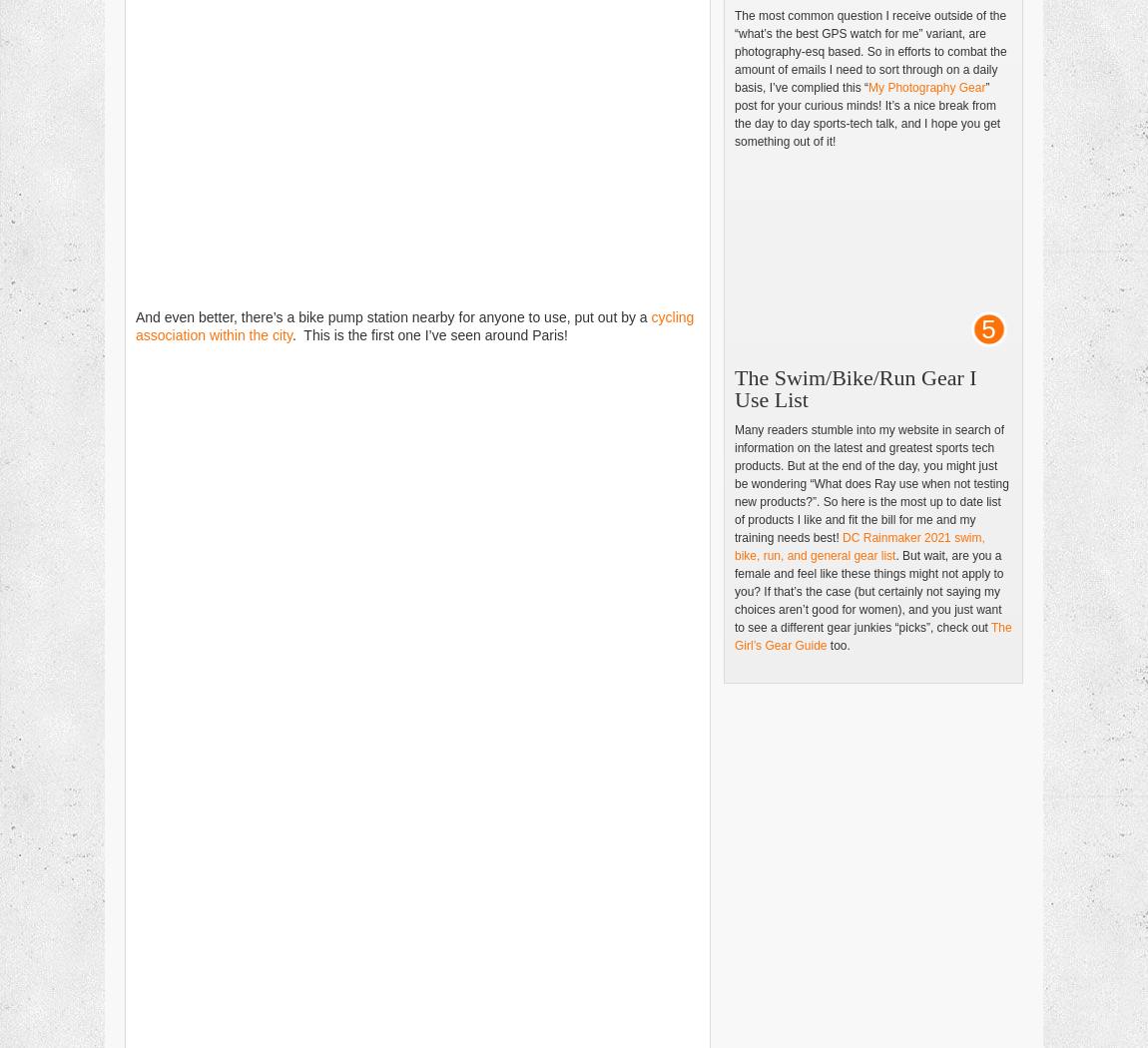  What do you see at coordinates (854, 388) in the screenshot?
I see `'The Swim/Bike/Run Gear I Use List'` at bounding box center [854, 388].